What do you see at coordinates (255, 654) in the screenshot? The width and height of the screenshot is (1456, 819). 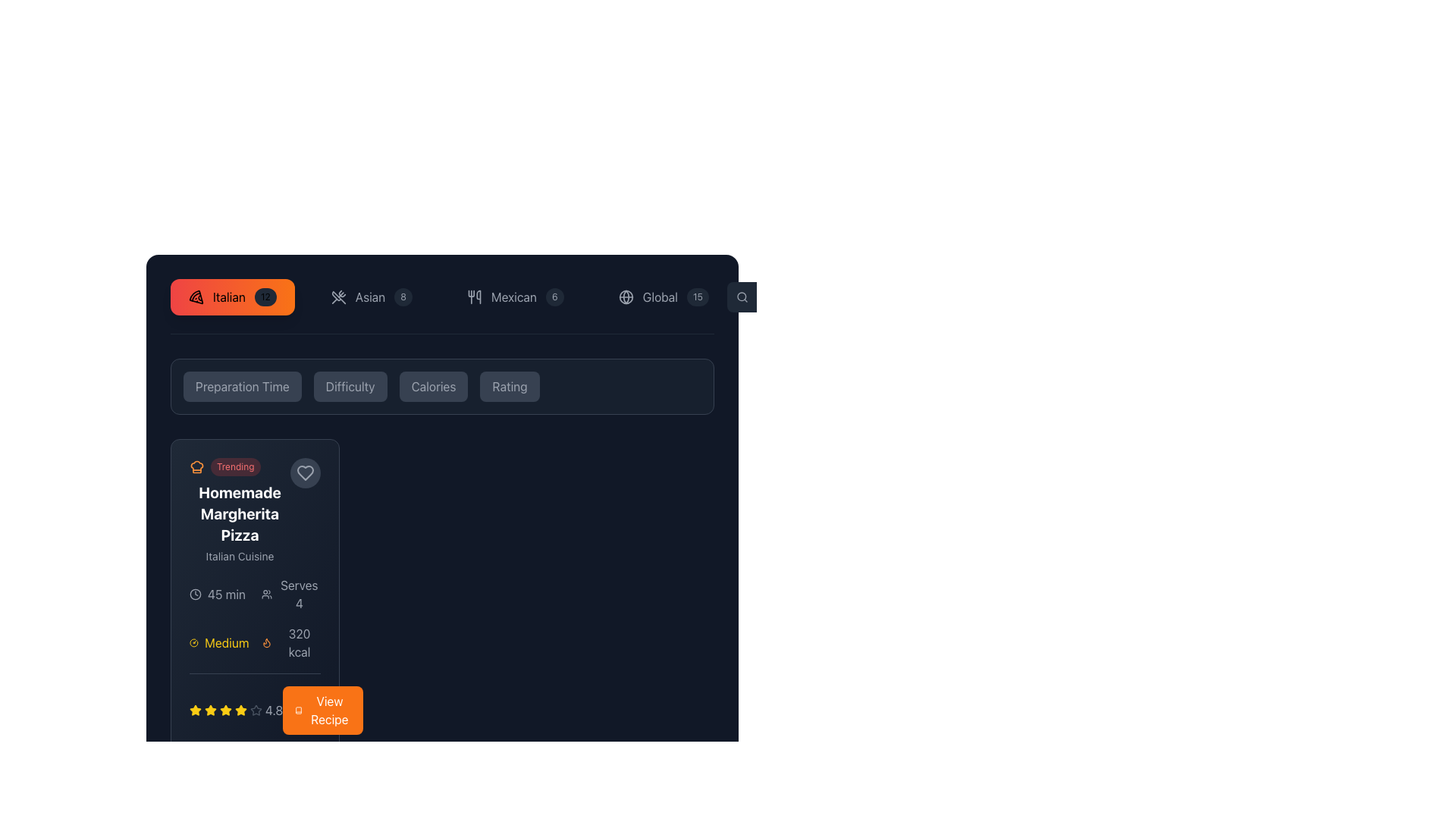 I see `the centrally located Information Display Block within the recipe card` at bounding box center [255, 654].